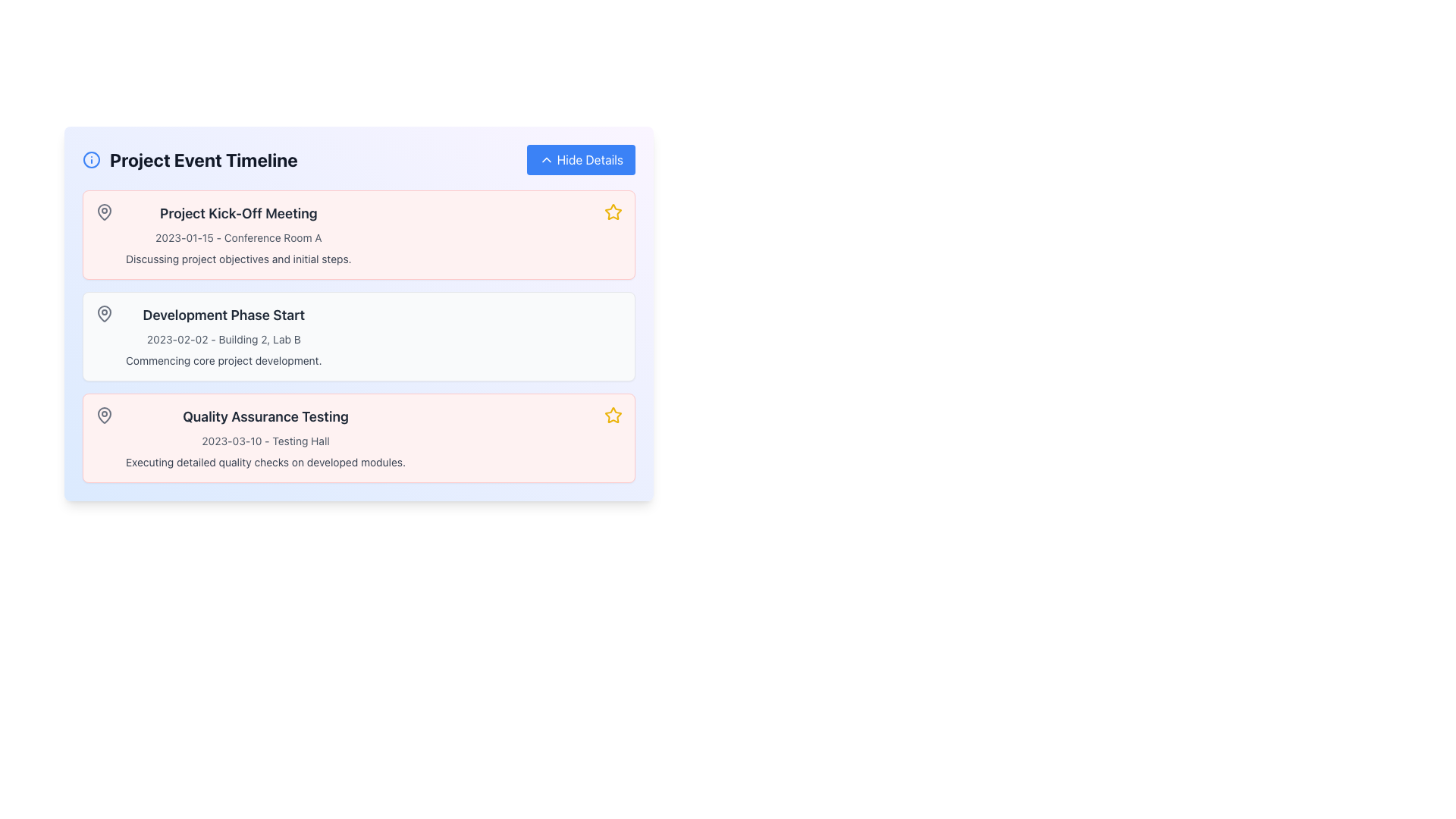 The image size is (1456, 819). What do you see at coordinates (237, 213) in the screenshot?
I see `title text of the first project event in the timeline, which provides an overview of the meeting it represents, located at the top of the section containing additional meeting details` at bounding box center [237, 213].